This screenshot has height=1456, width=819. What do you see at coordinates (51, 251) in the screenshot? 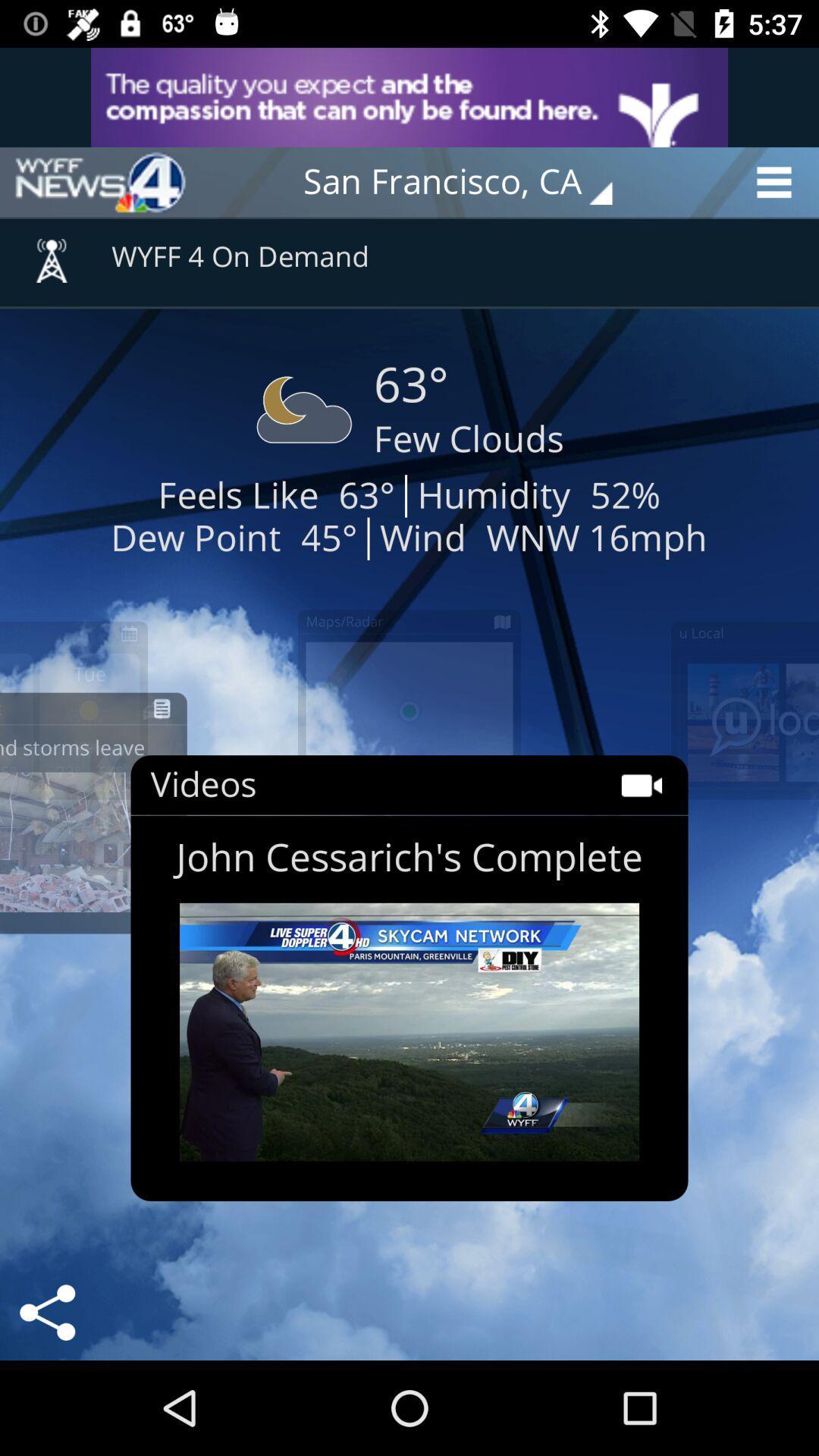
I see `the icon left of wyff 4 on demand` at bounding box center [51, 251].